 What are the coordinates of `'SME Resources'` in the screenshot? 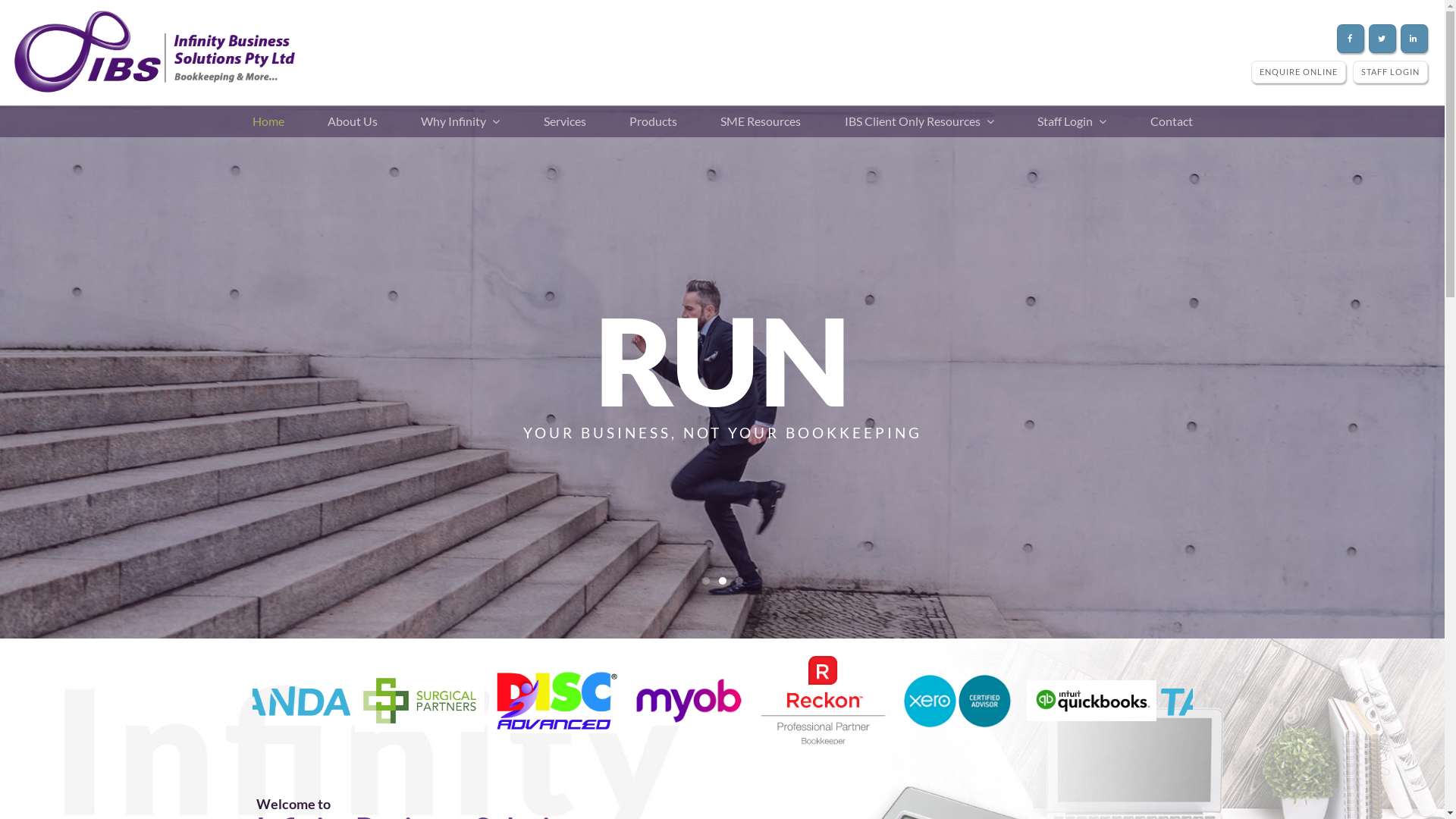 It's located at (712, 120).